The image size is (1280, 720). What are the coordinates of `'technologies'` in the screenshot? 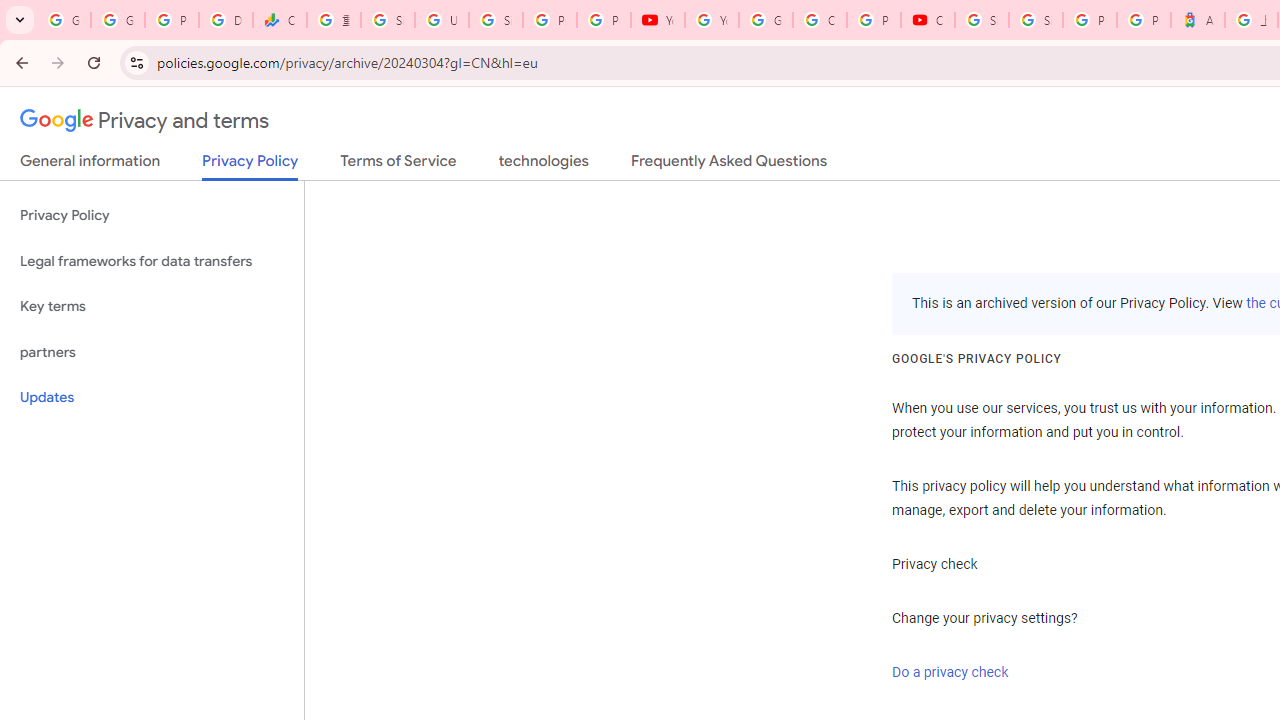 It's located at (543, 164).